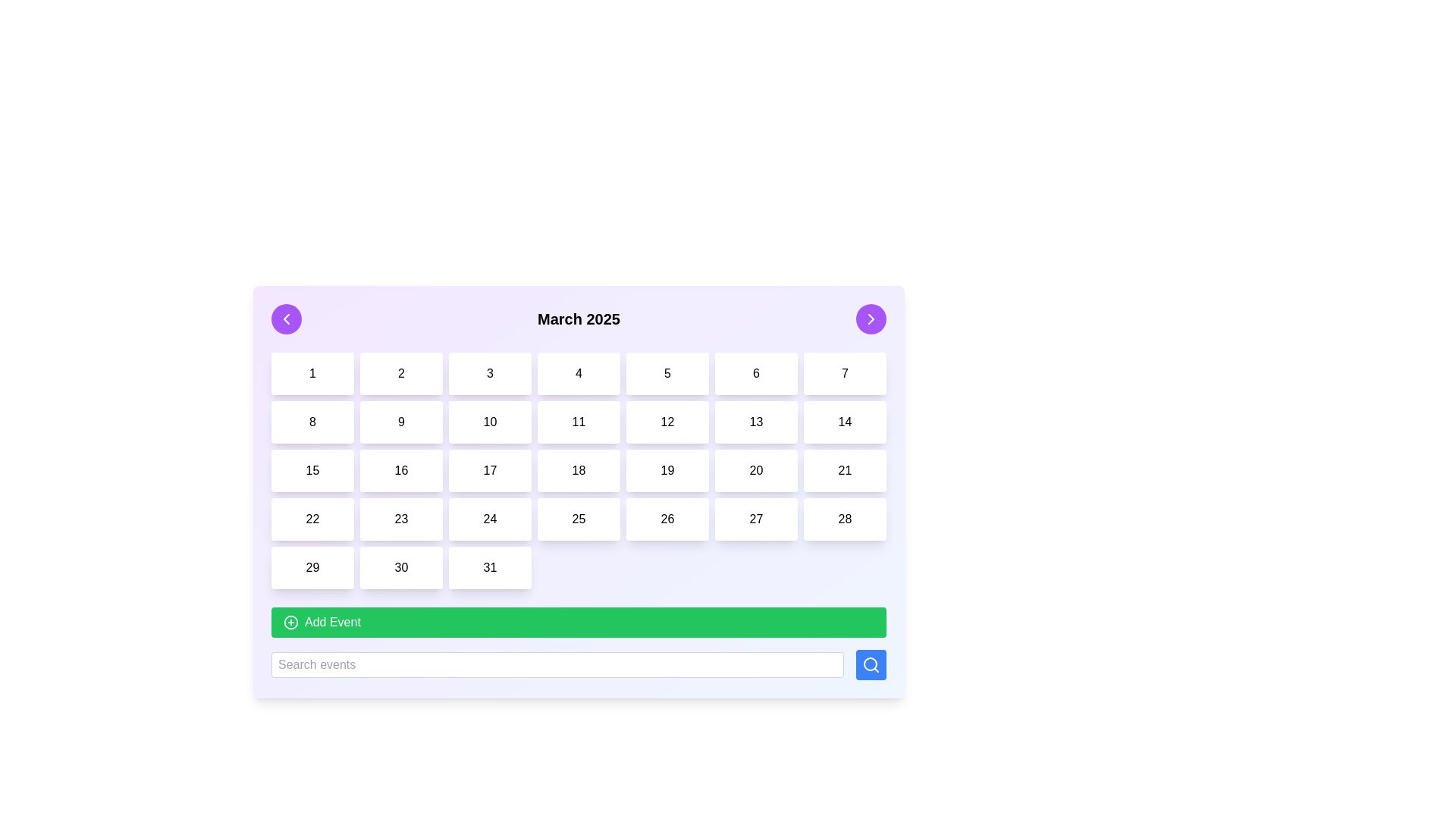  I want to click on the Calendar Day Cell displaying '3', so click(490, 374).